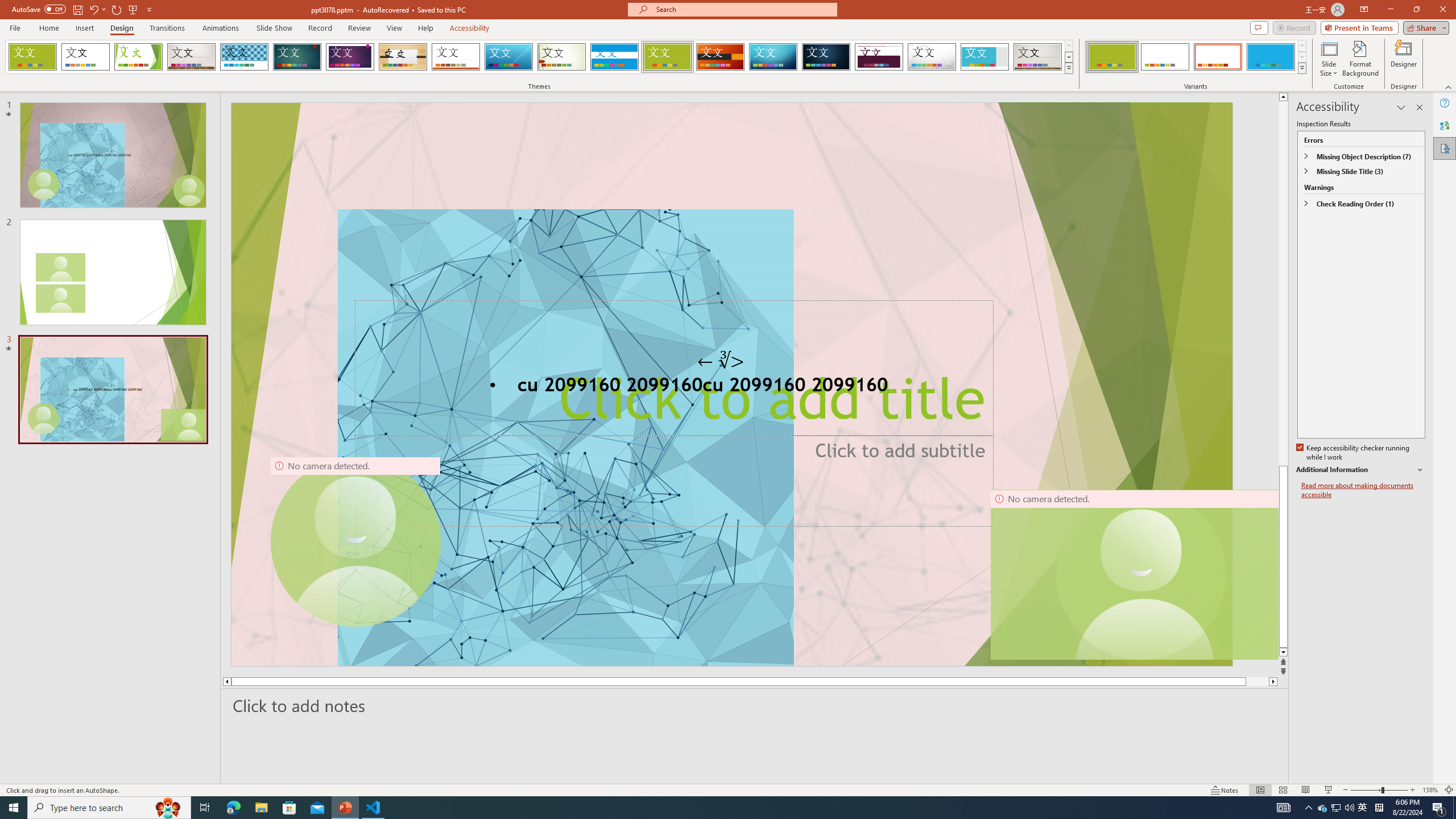 The height and width of the screenshot is (819, 1456). Describe the element at coordinates (730, 386) in the screenshot. I see `'TextBox 61'` at that location.